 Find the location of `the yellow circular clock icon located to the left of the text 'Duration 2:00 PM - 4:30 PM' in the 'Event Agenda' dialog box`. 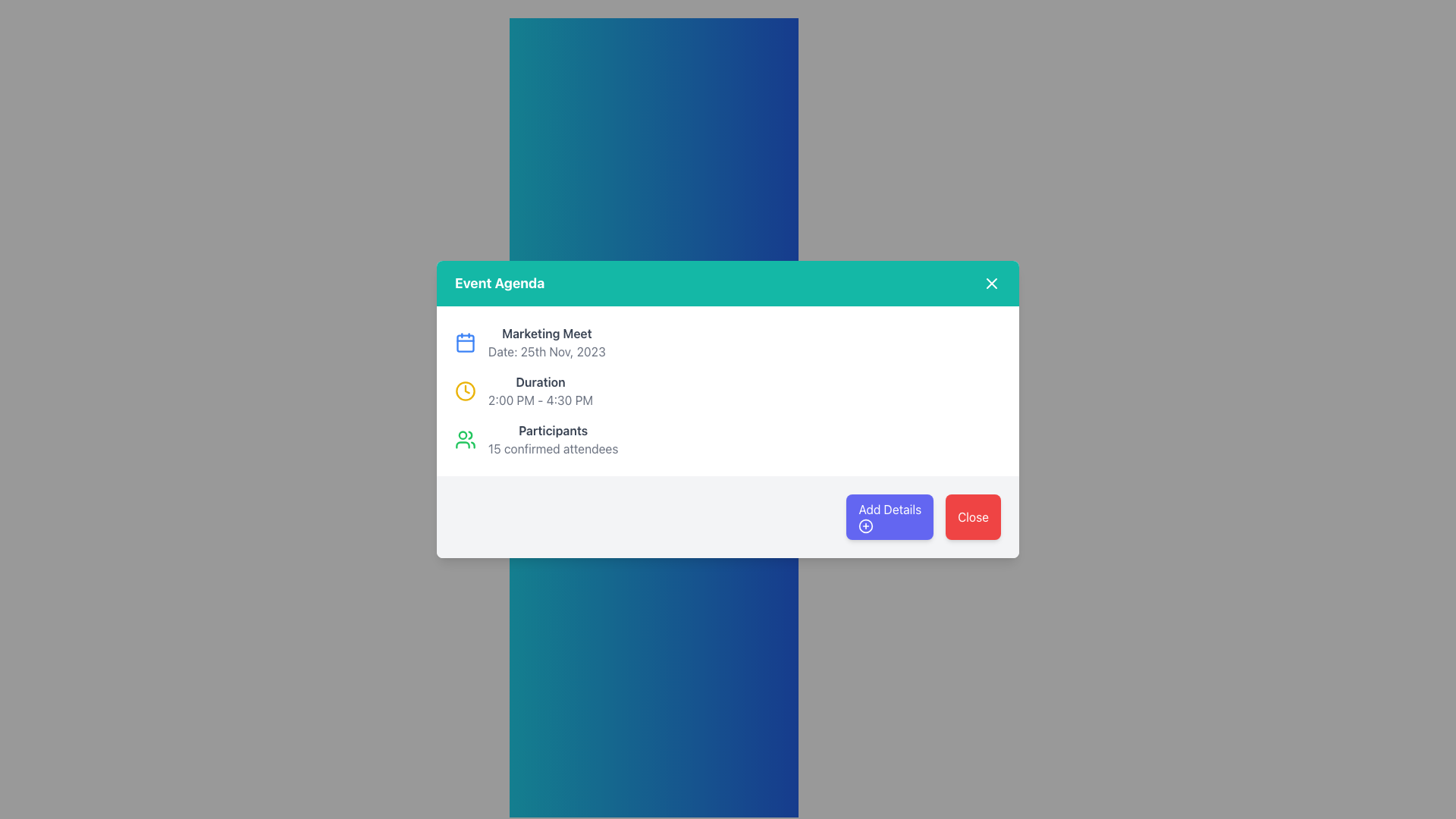

the yellow circular clock icon located to the left of the text 'Duration 2:00 PM - 4:30 PM' in the 'Event Agenda' dialog box is located at coordinates (465, 391).